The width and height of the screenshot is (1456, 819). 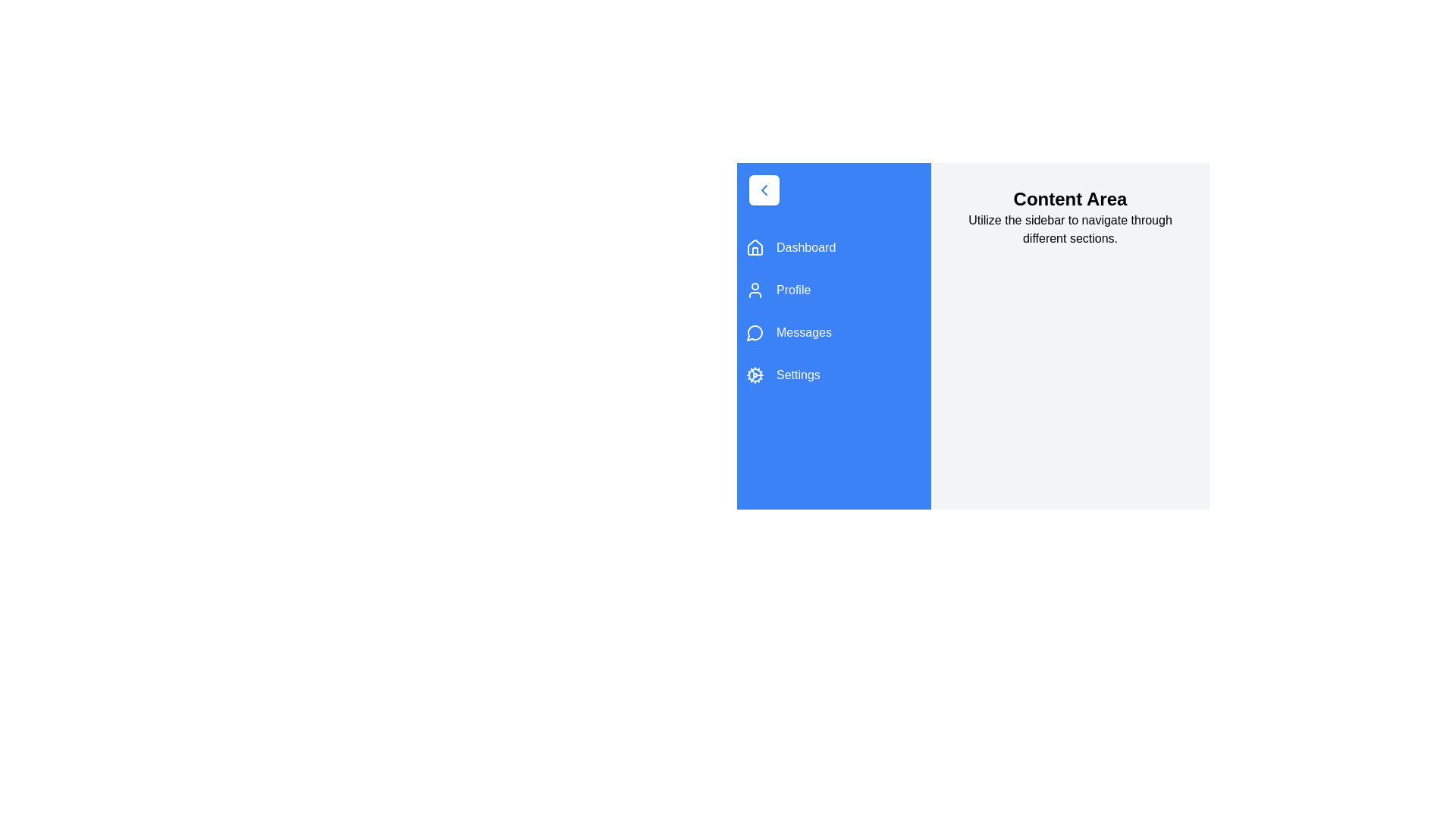 What do you see at coordinates (833, 332) in the screenshot?
I see `the menu item Messages from the sidebar` at bounding box center [833, 332].